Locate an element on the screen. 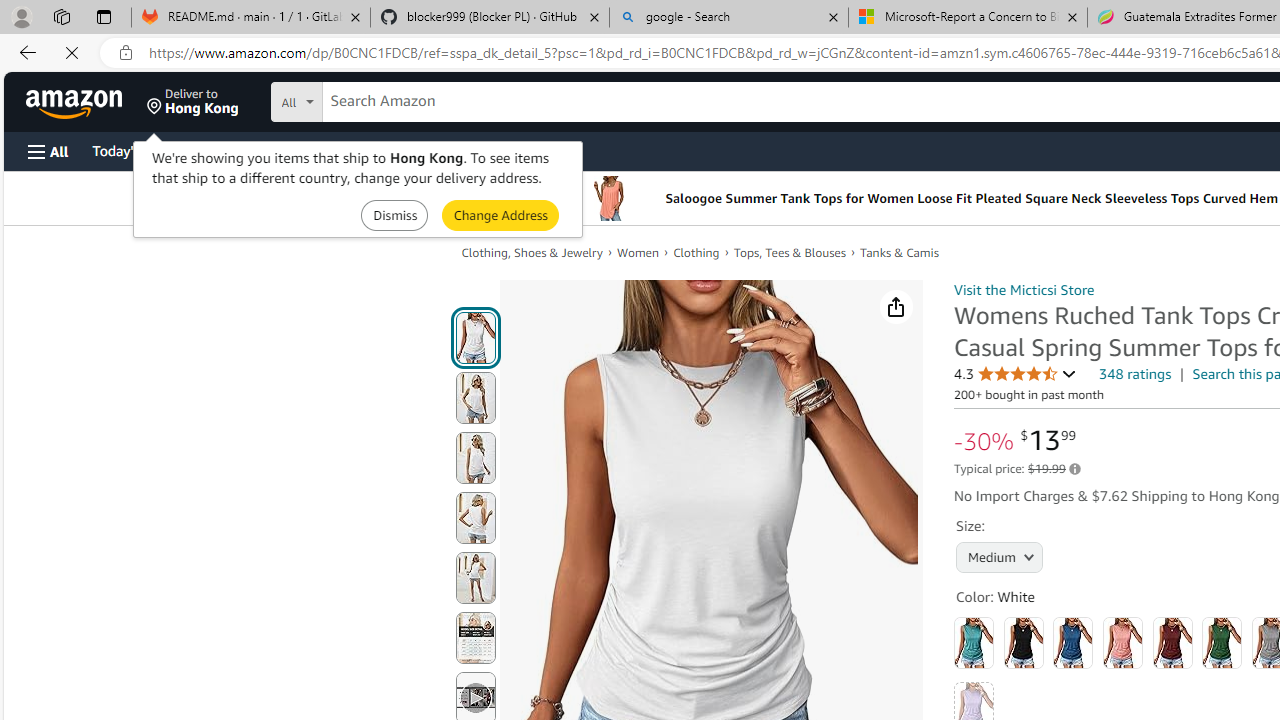  'Black' is located at coordinates (1023, 642).